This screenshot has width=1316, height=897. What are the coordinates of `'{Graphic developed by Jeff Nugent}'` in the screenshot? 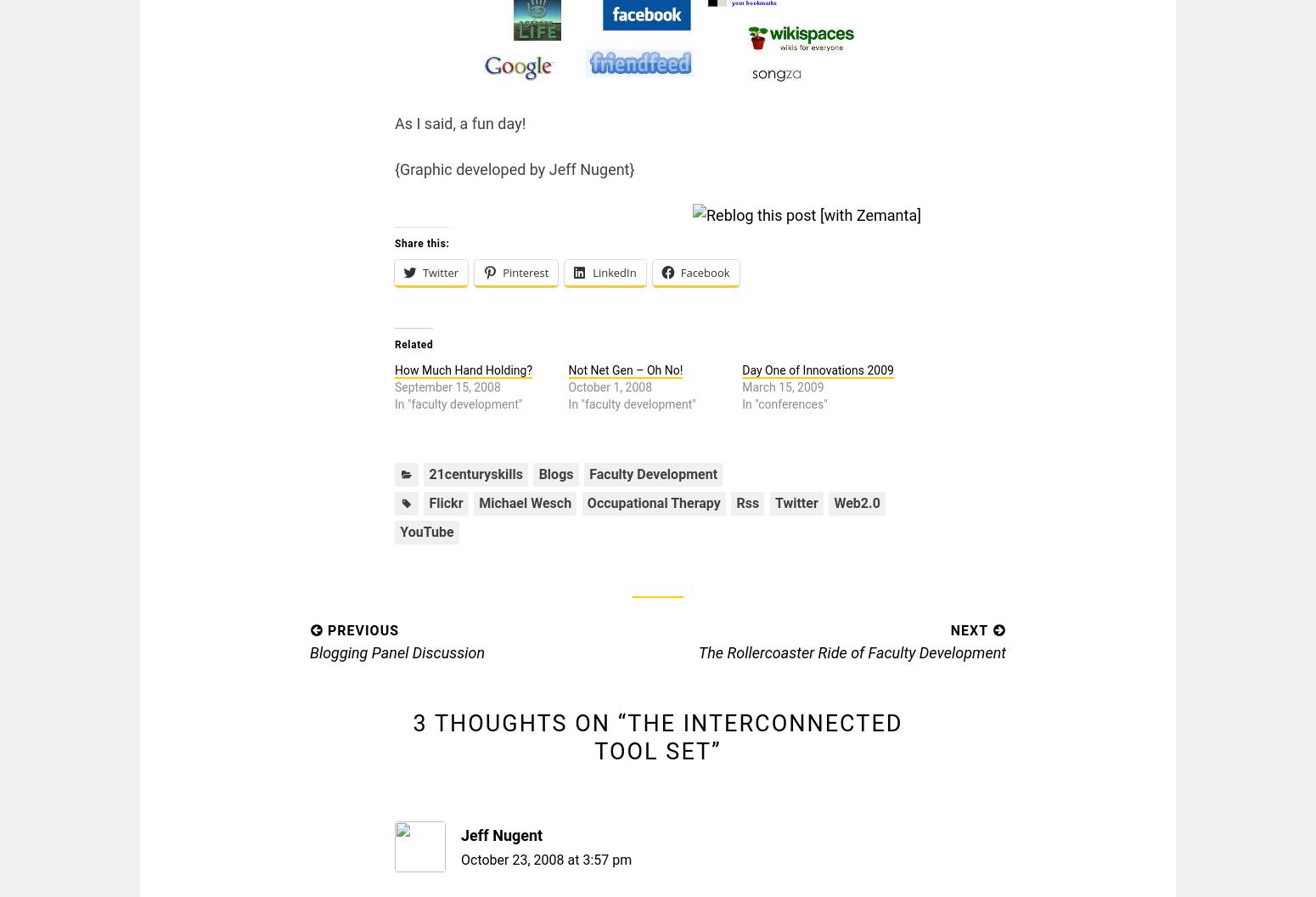 It's located at (395, 168).